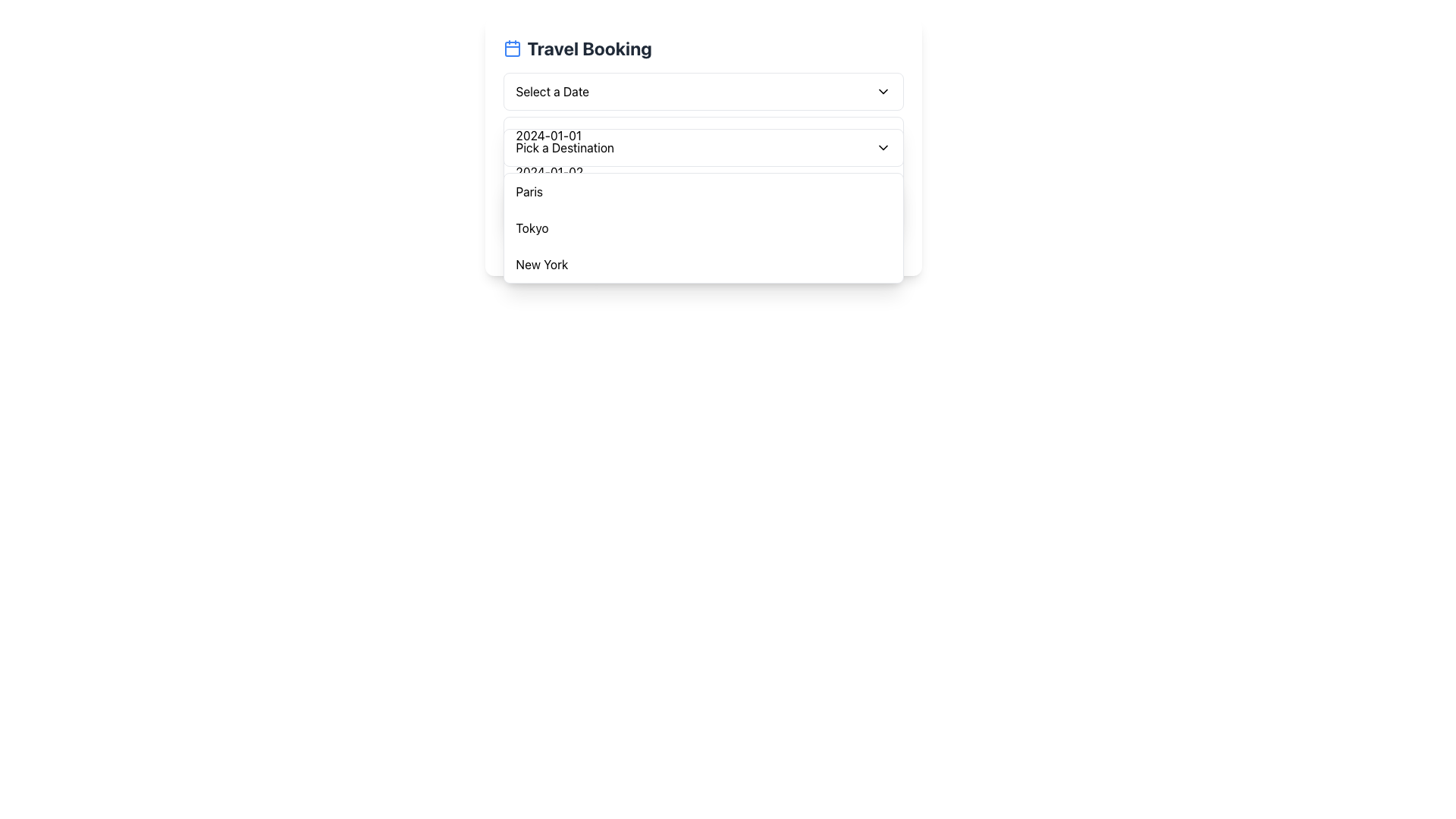 The width and height of the screenshot is (1456, 819). What do you see at coordinates (702, 171) in the screenshot?
I see `the dropdown menu containing date options styled with rounded corners and a shadow effect, located below the 'Select a Date' field in the 'Travel Booking' form` at bounding box center [702, 171].